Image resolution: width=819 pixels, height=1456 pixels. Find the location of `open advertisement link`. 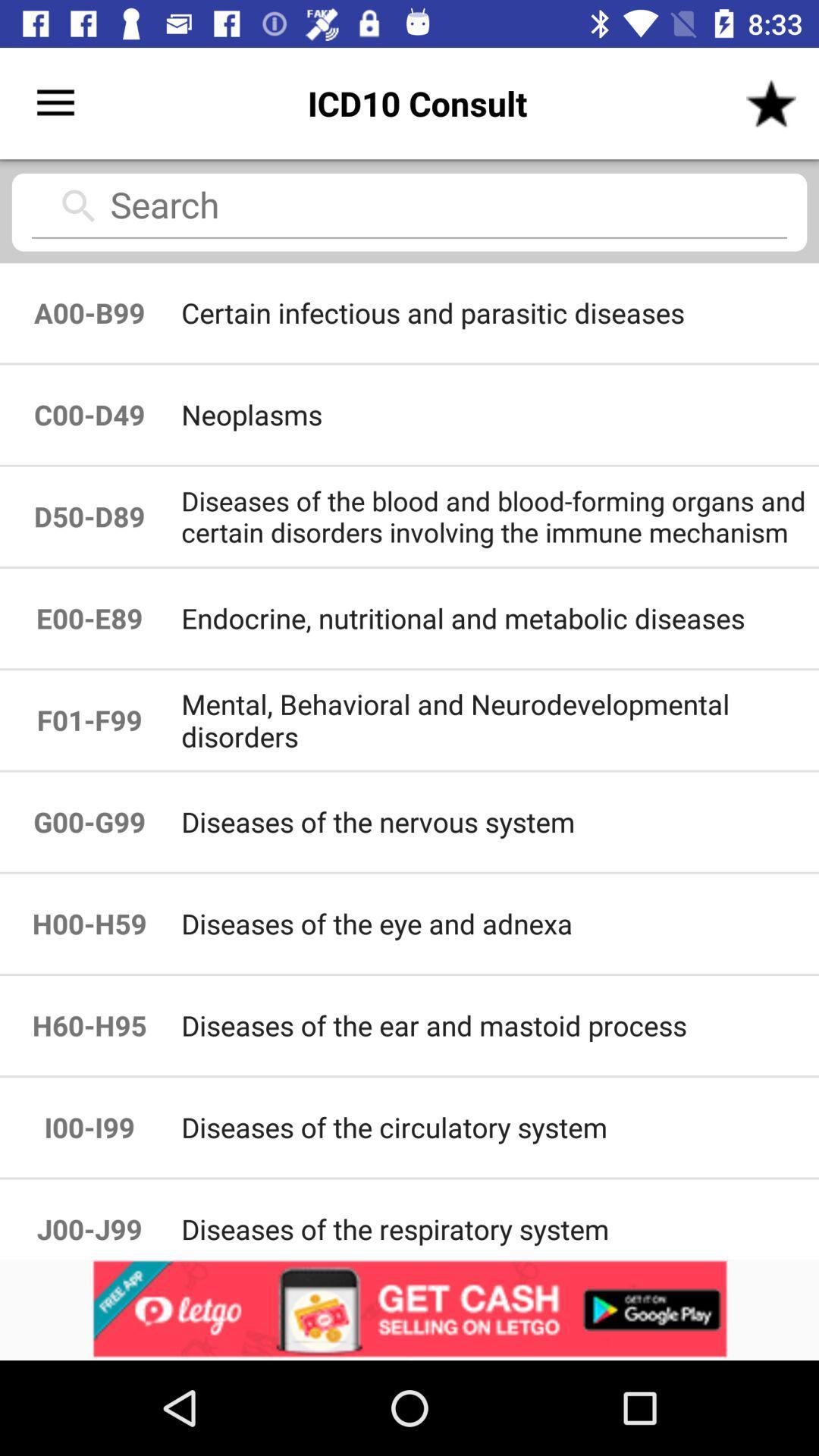

open advertisement link is located at coordinates (409, 1309).